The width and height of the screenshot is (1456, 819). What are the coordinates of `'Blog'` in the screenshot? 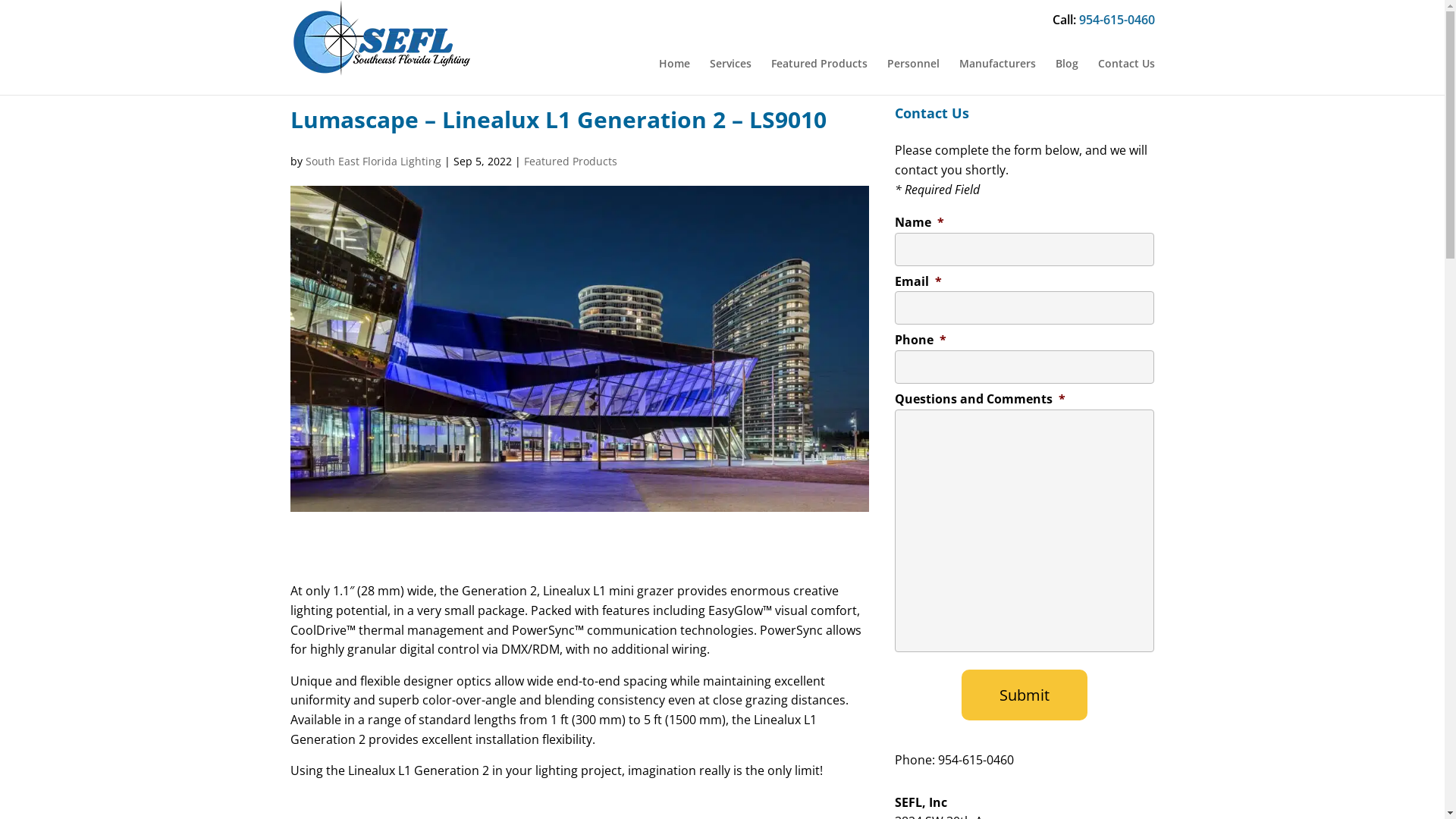 It's located at (1065, 63).